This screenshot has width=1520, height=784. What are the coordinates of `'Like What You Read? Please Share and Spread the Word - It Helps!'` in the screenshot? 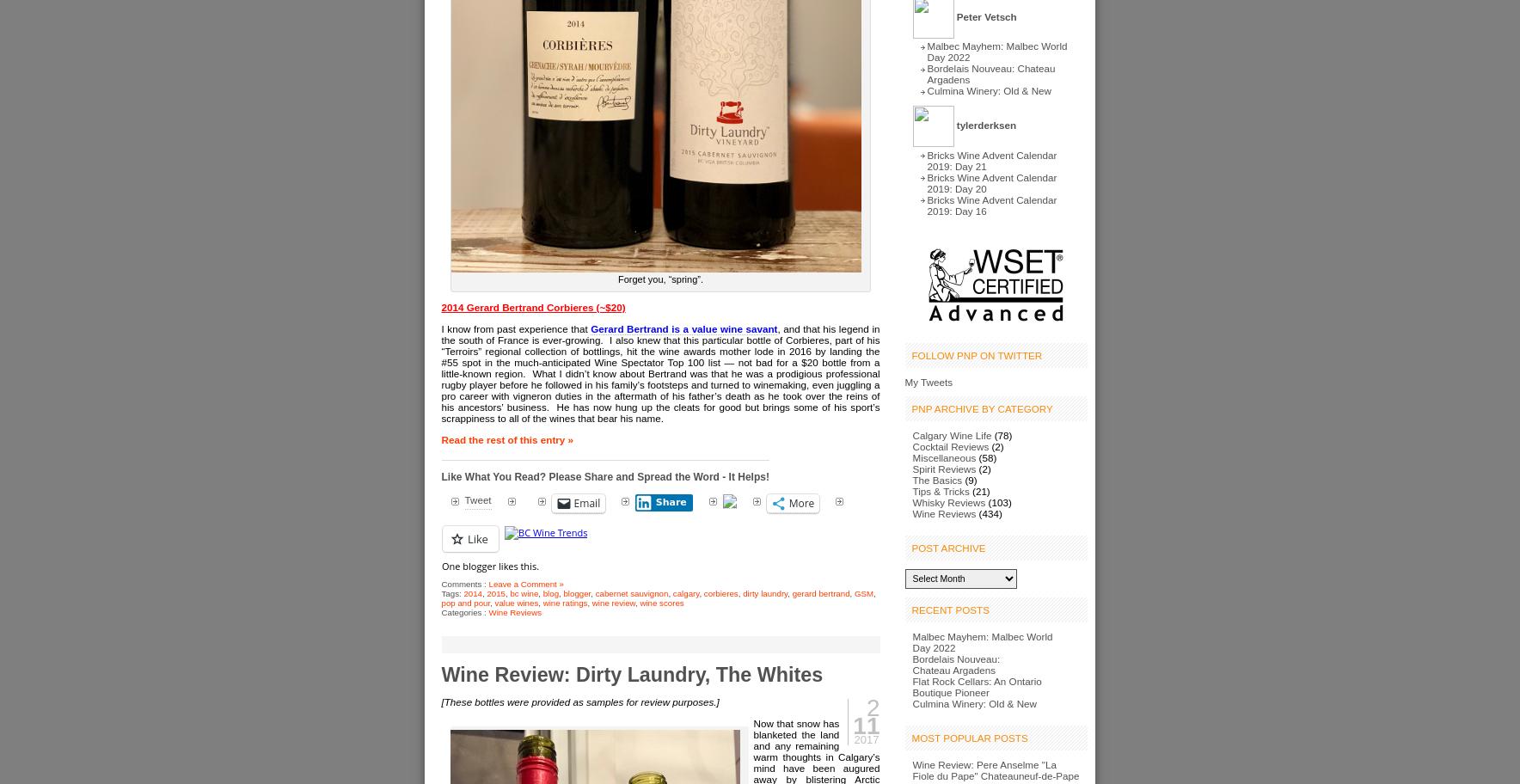 It's located at (604, 477).